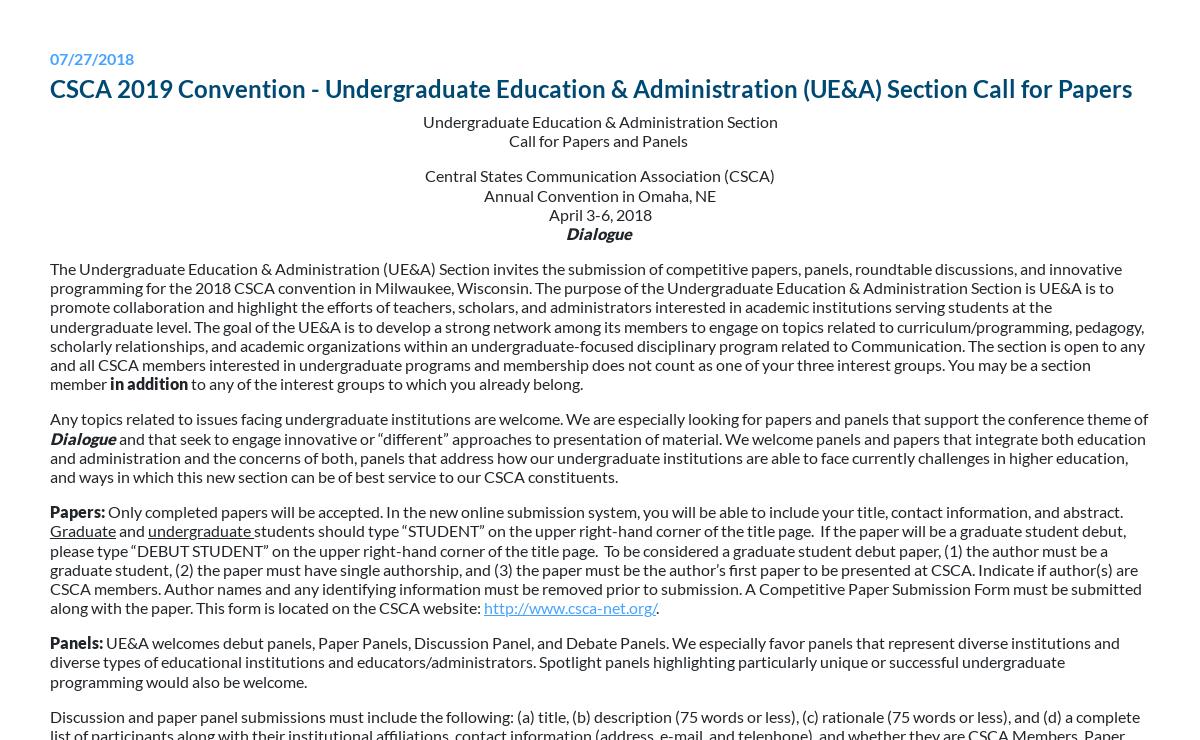 This screenshot has height=740, width=1200. I want to click on 'to any of the interest groups to which you already belong.', so click(187, 382).